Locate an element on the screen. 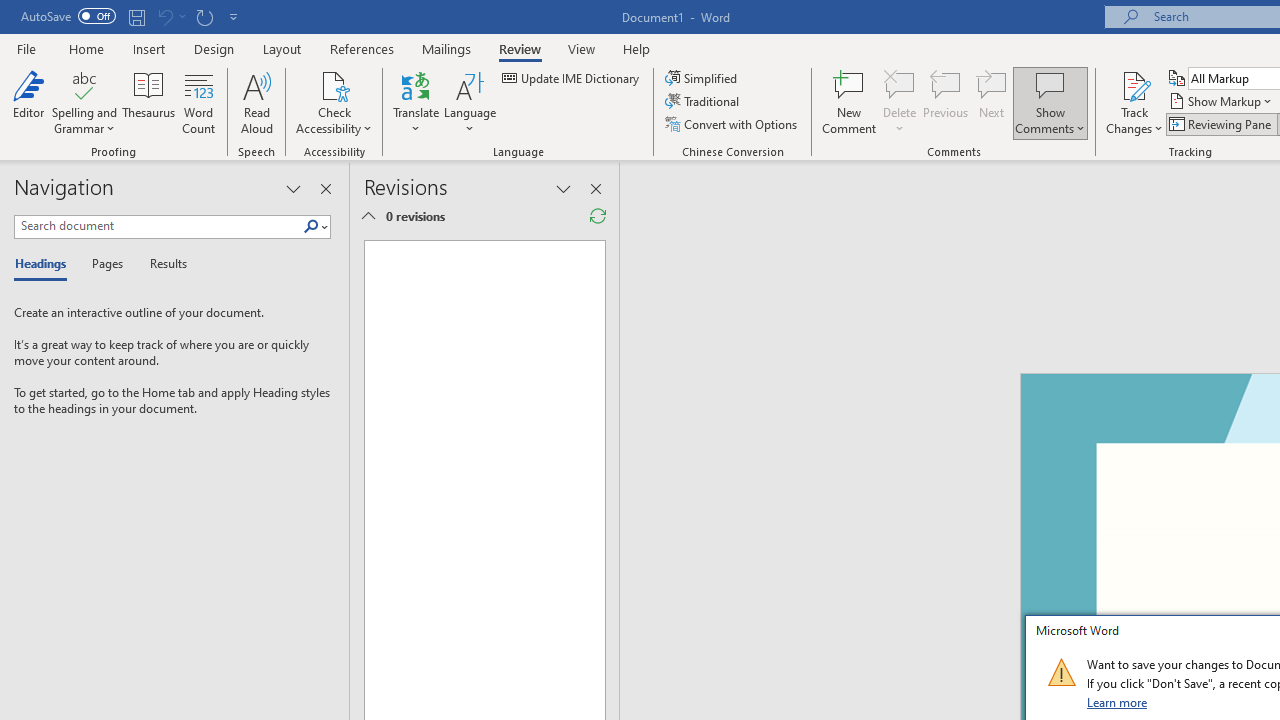 This screenshot has width=1280, height=720. 'Search document' is located at coordinates (157, 225).